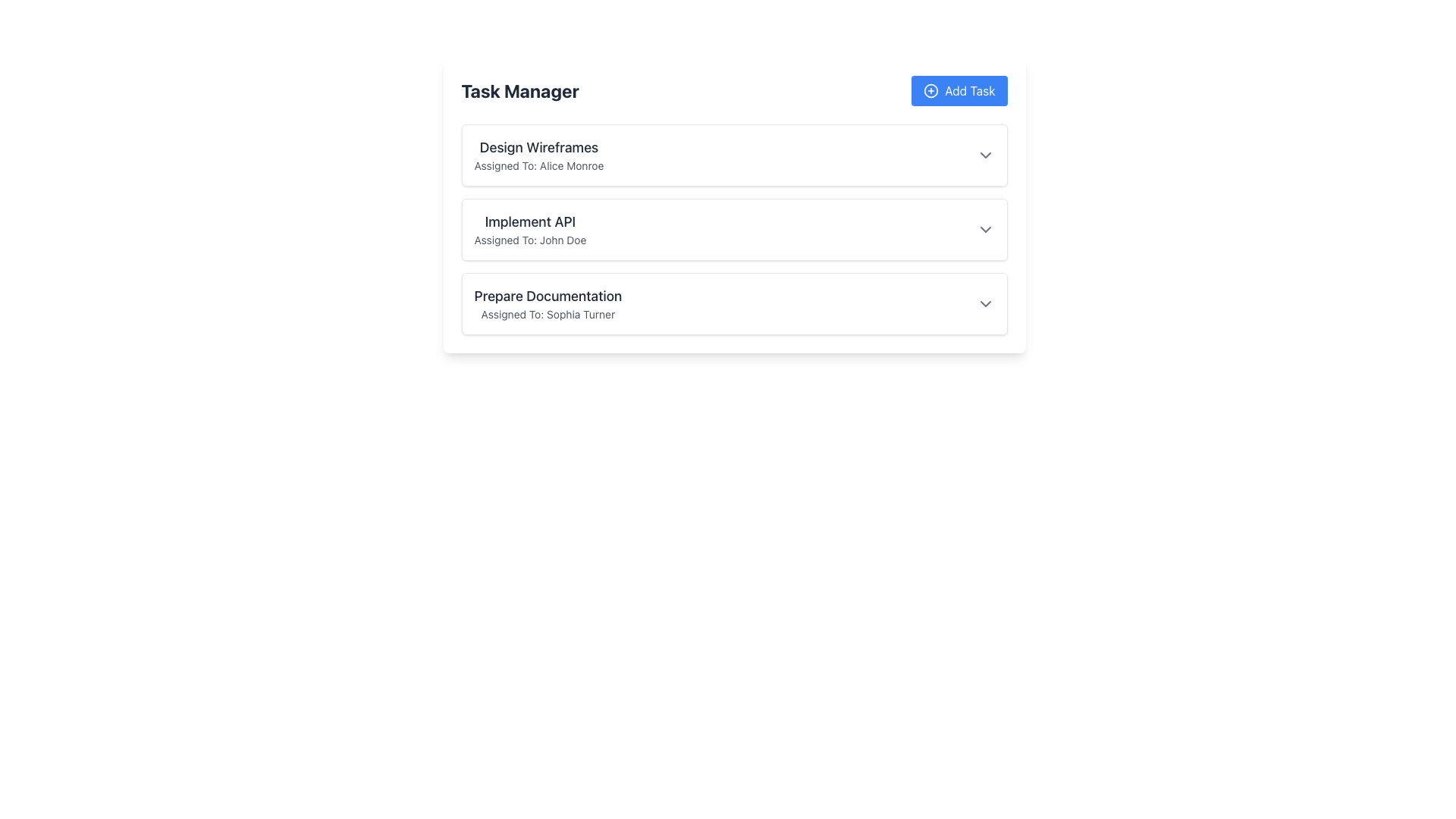 Image resolution: width=1456 pixels, height=819 pixels. Describe the element at coordinates (734, 230) in the screenshot. I see `the Task card displaying 'Implement API' and 'Assigned To: John Doe', which is the second task item in the list` at that location.